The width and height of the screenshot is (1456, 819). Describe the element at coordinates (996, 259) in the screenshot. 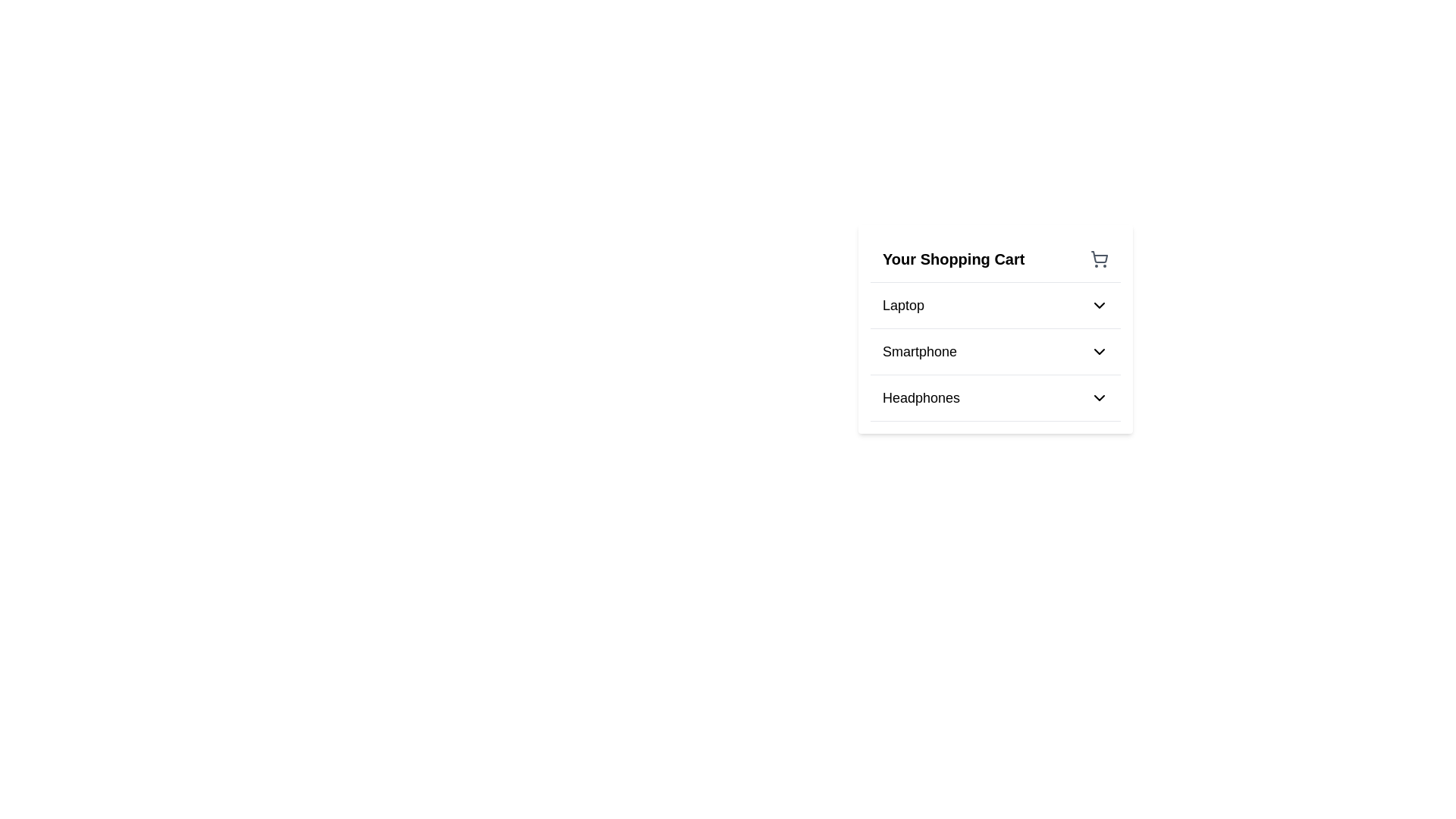

I see `the shopping cart section header which indicates the purpose of the current section and is located above the items labeled 'Laptop', 'Smartphone', and 'Headphones'` at that location.